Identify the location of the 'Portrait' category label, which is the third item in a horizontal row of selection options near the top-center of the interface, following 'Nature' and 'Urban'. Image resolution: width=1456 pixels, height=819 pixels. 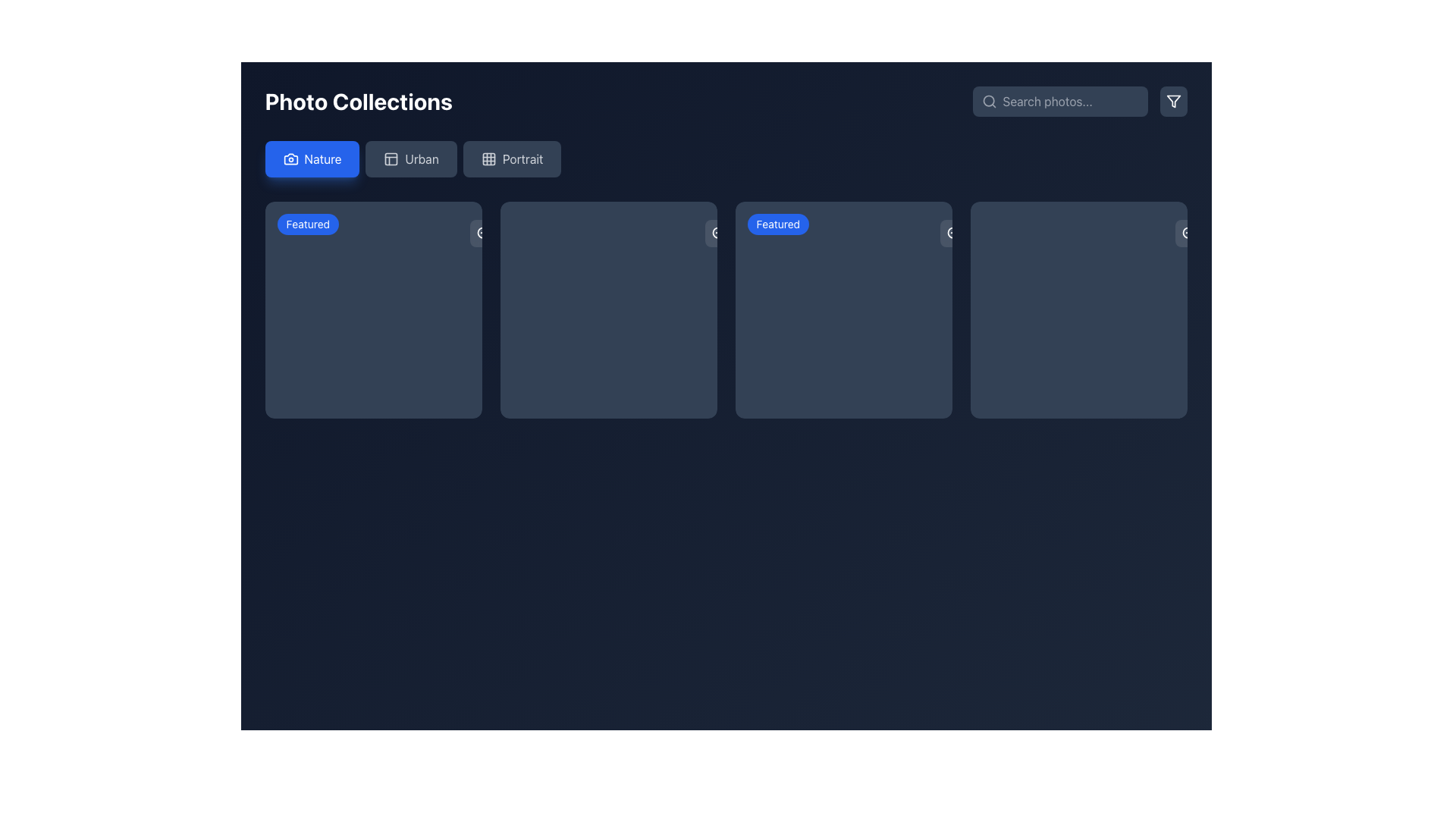
(522, 158).